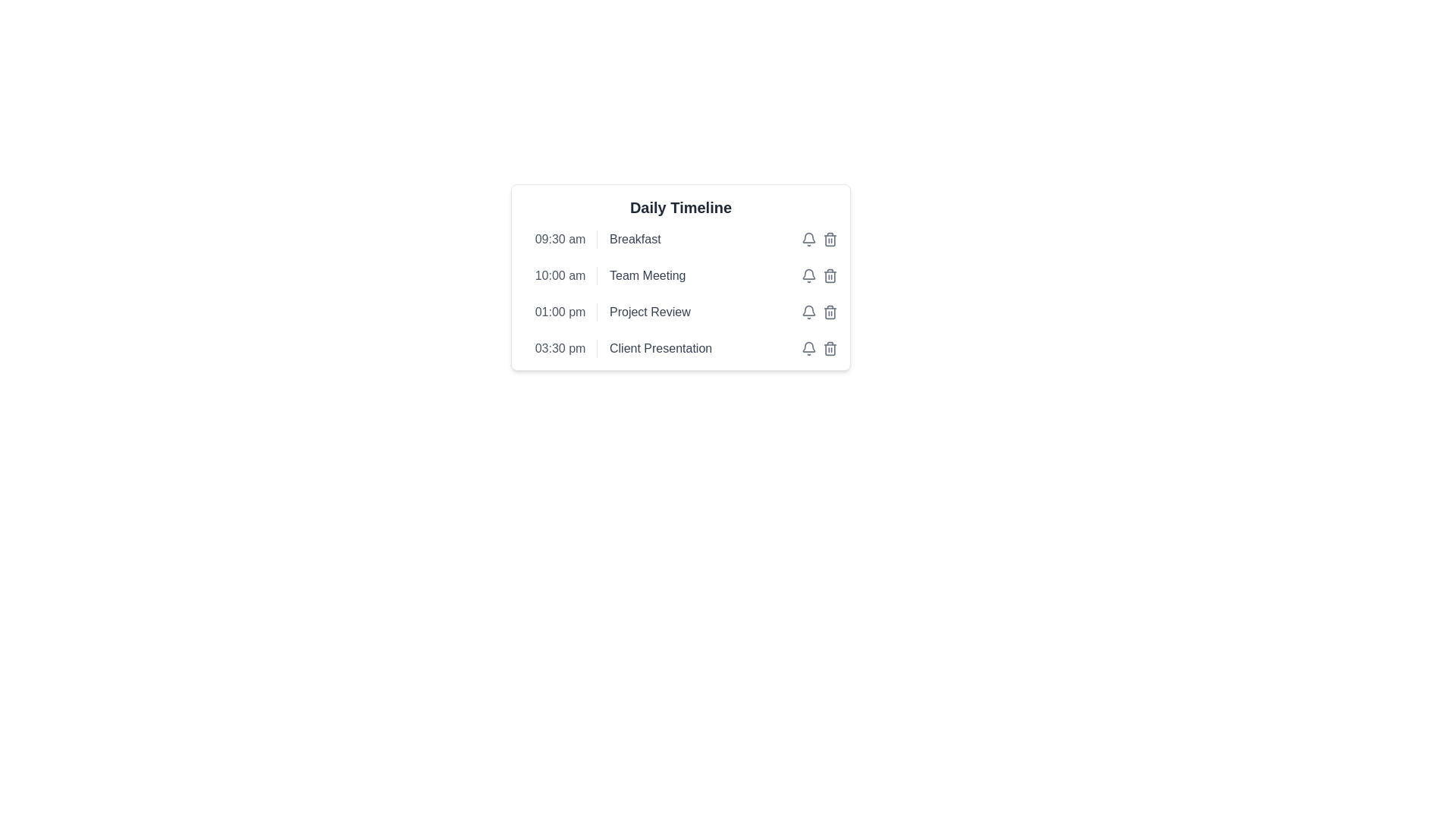 The width and height of the screenshot is (1456, 819). What do you see at coordinates (818, 239) in the screenshot?
I see `the bell icon in the Interactive button group for the Breakfast item, located in the right section of the Daily Timeline panel` at bounding box center [818, 239].